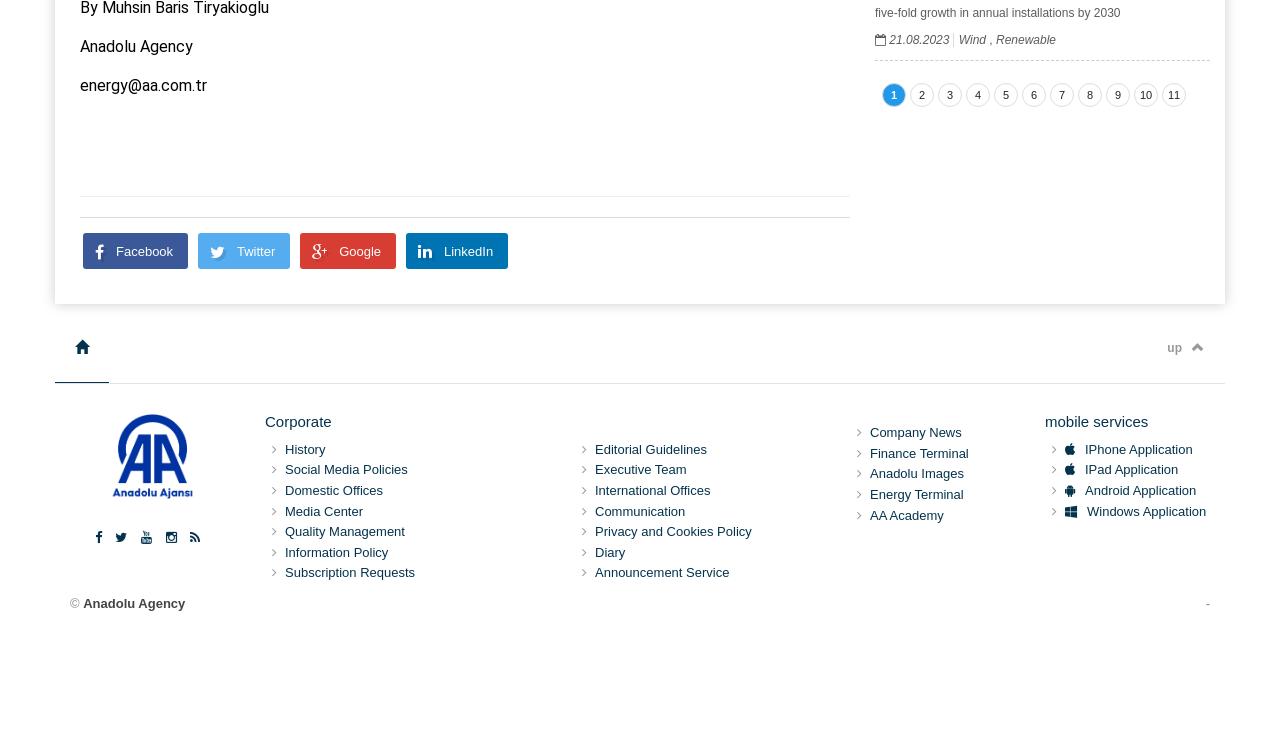 The width and height of the screenshot is (1280, 731). What do you see at coordinates (359, 249) in the screenshot?
I see `'Google'` at bounding box center [359, 249].